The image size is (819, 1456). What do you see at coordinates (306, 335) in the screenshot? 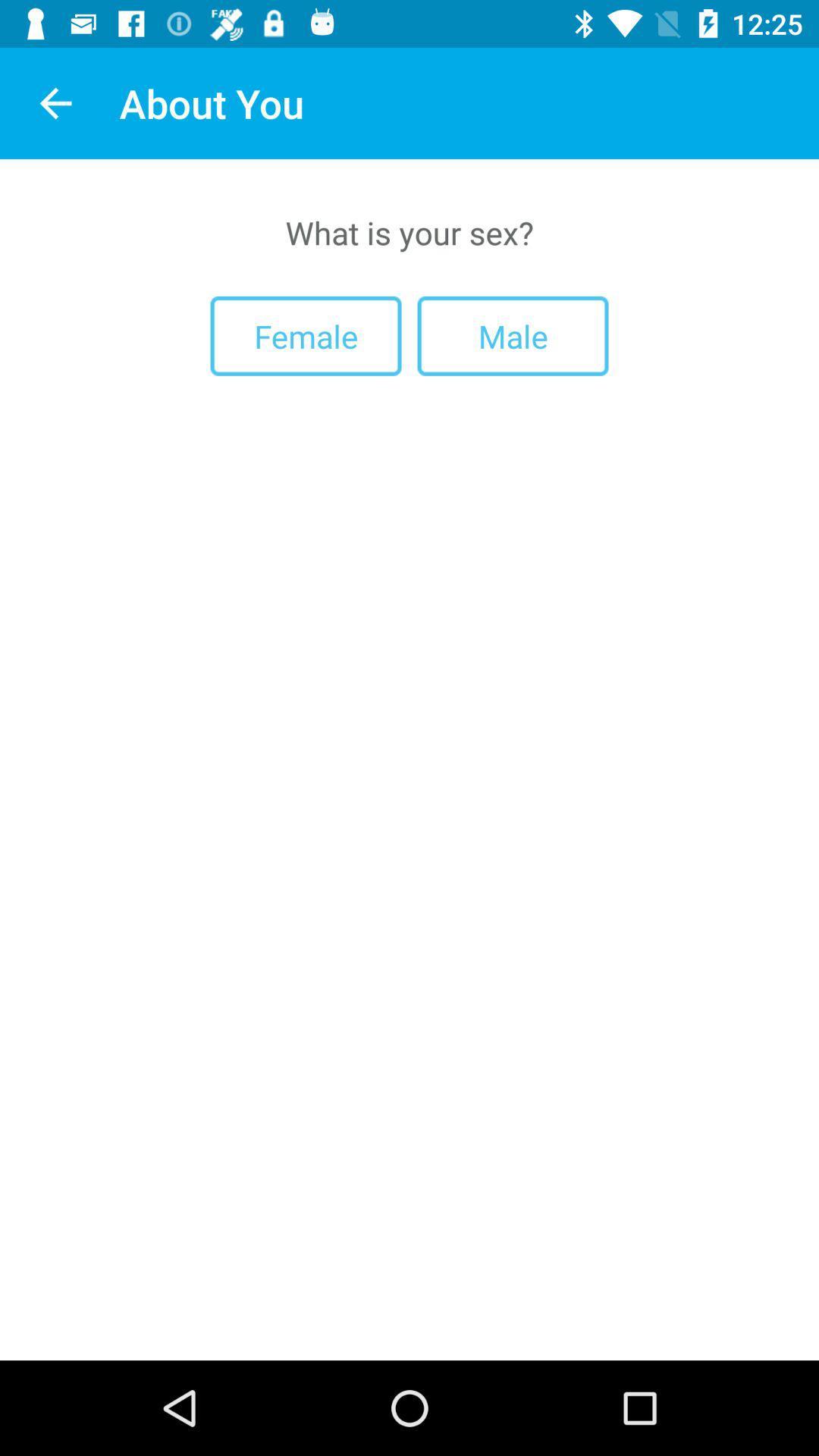
I see `the item below the what is your` at bounding box center [306, 335].